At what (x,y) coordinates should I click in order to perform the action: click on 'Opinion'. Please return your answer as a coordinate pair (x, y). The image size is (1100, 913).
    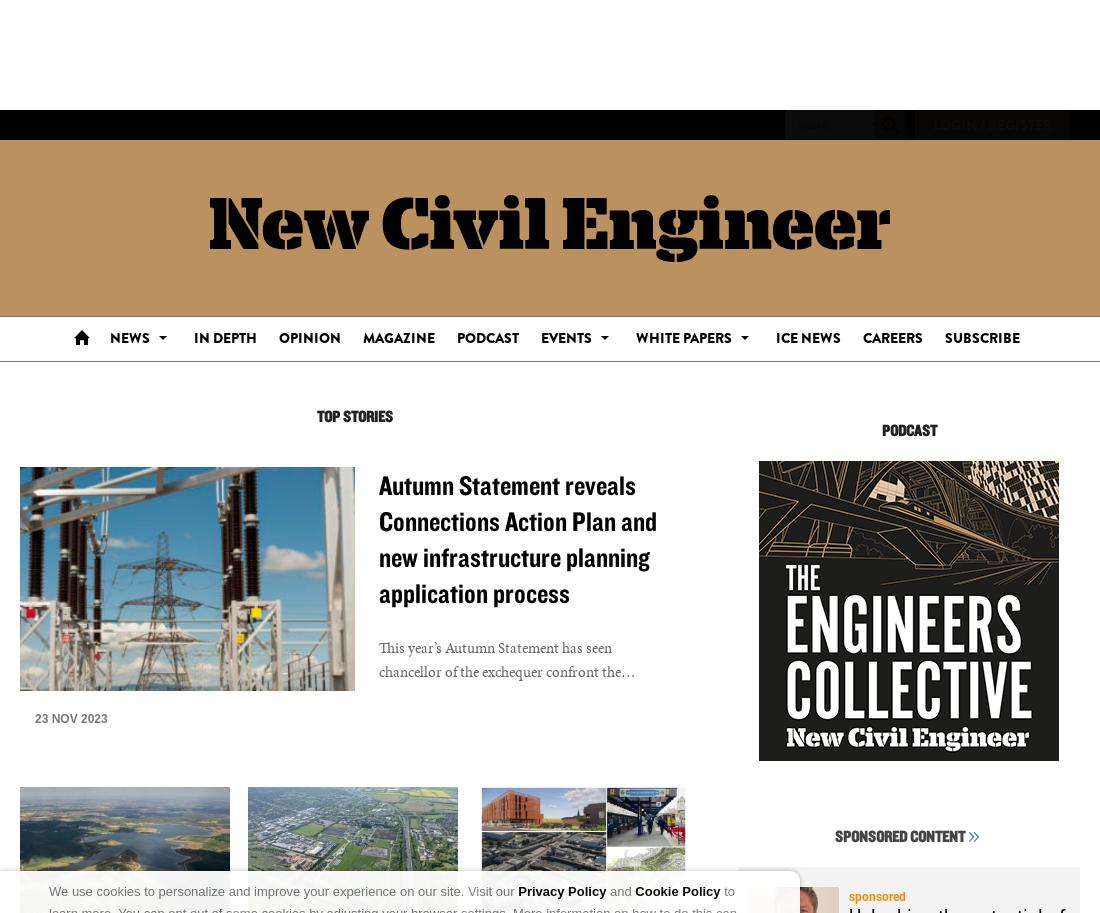
    Looking at the image, I should click on (308, 337).